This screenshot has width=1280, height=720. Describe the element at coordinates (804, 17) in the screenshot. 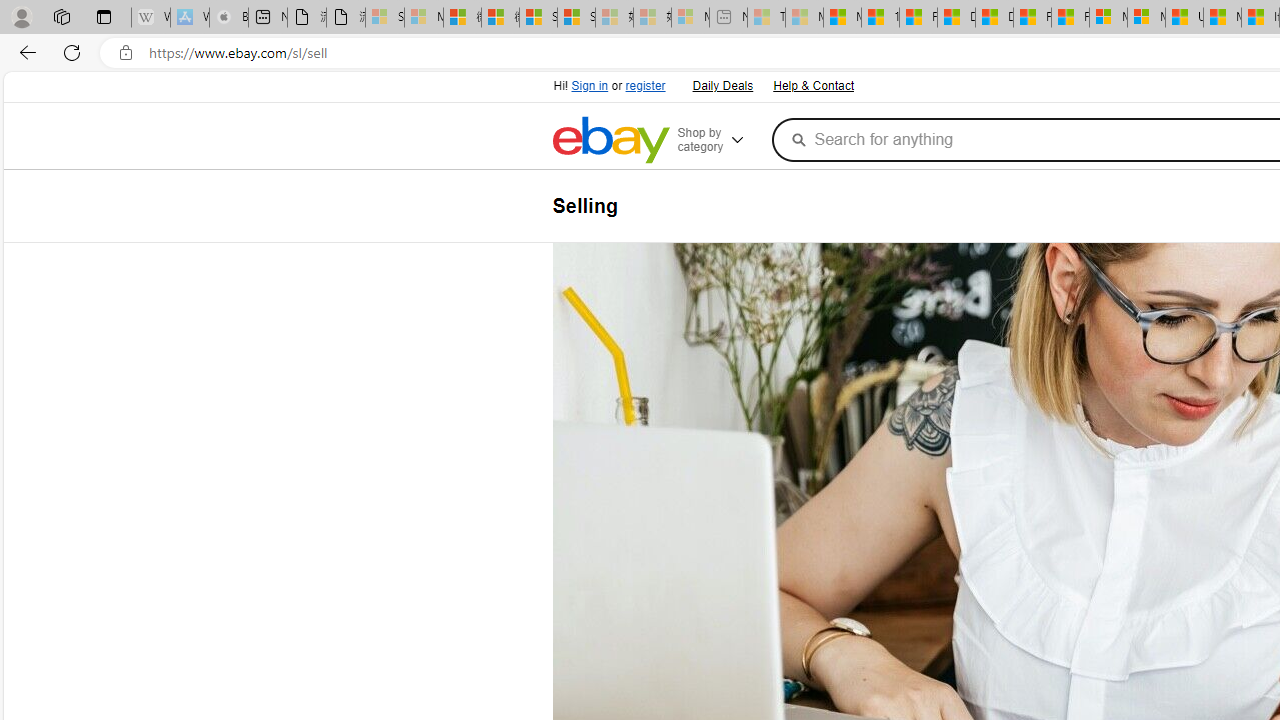

I see `'Marine life - MSN - Sleeping'` at that location.